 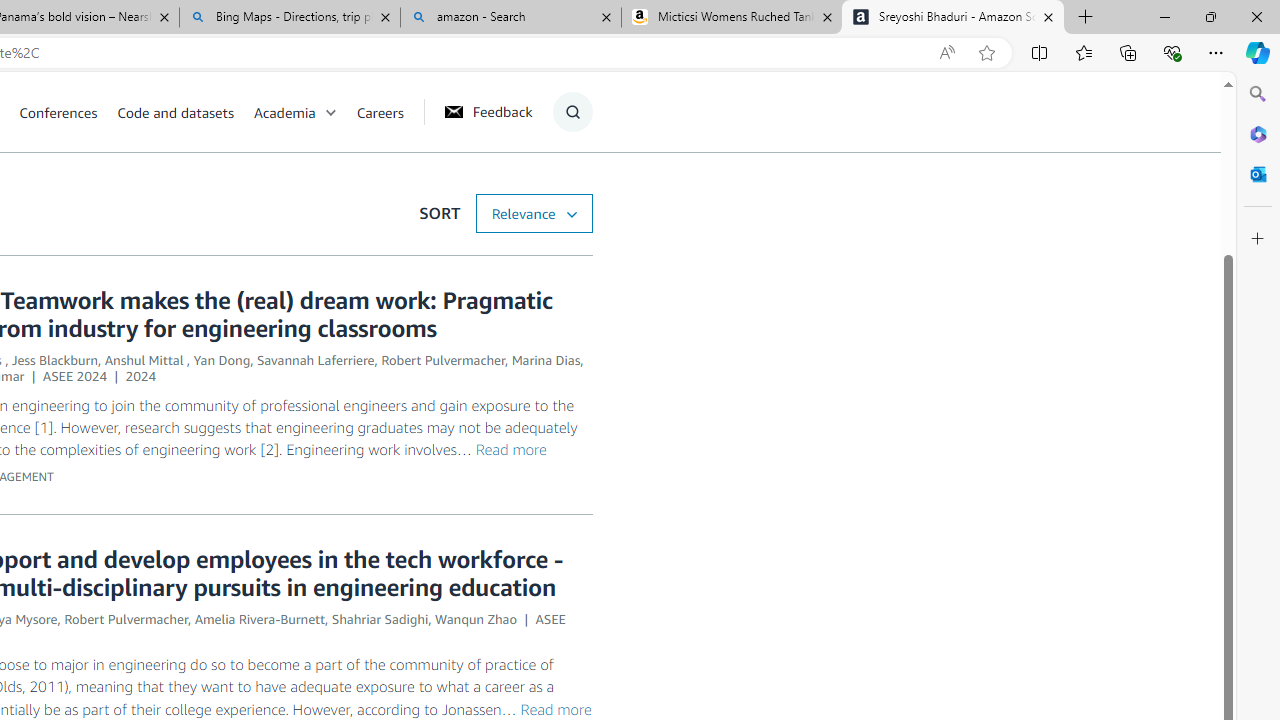 What do you see at coordinates (68, 111) in the screenshot?
I see `'Conferences'` at bounding box center [68, 111].